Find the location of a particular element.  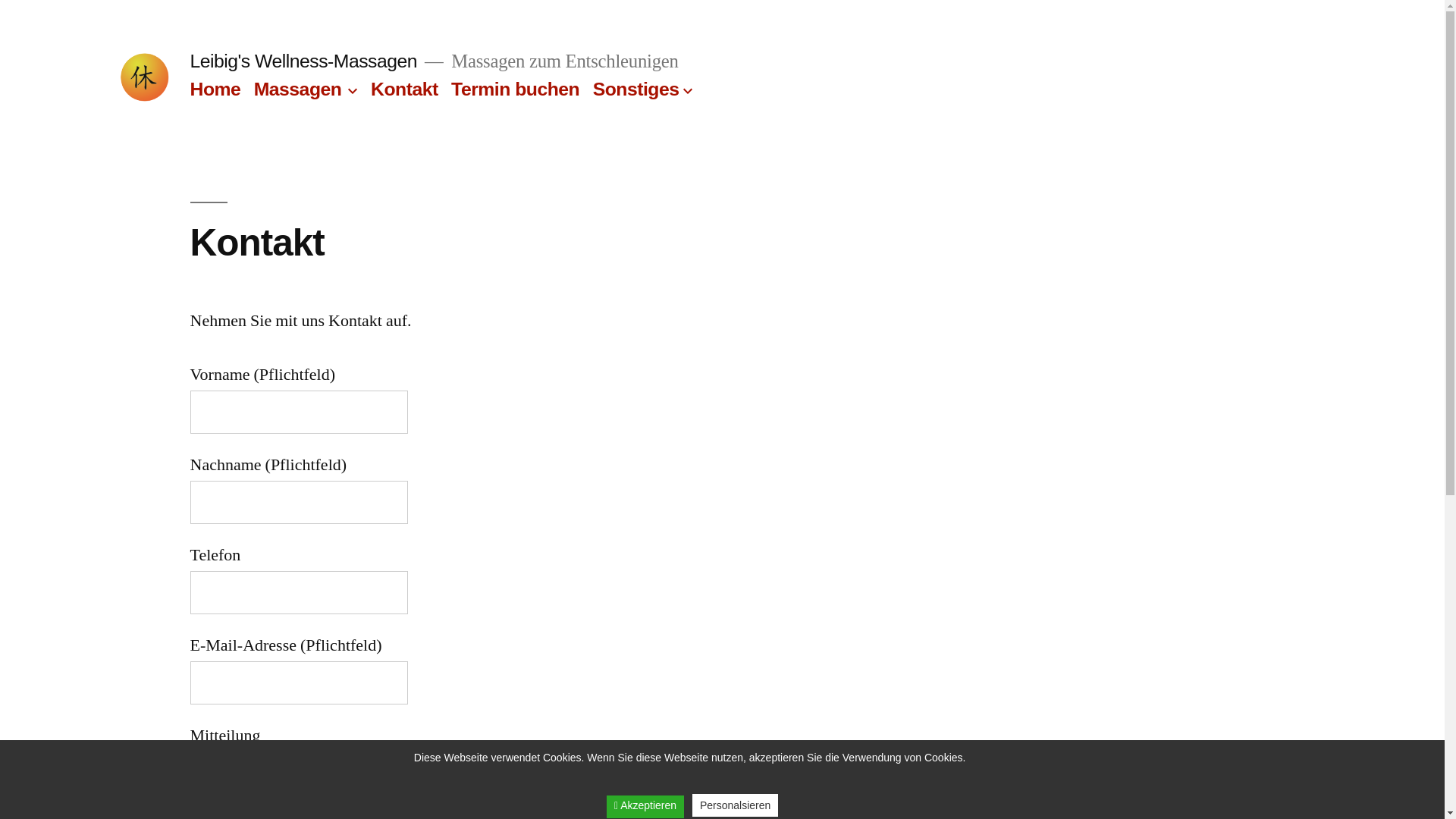

'Massagen' is located at coordinates (254, 89).